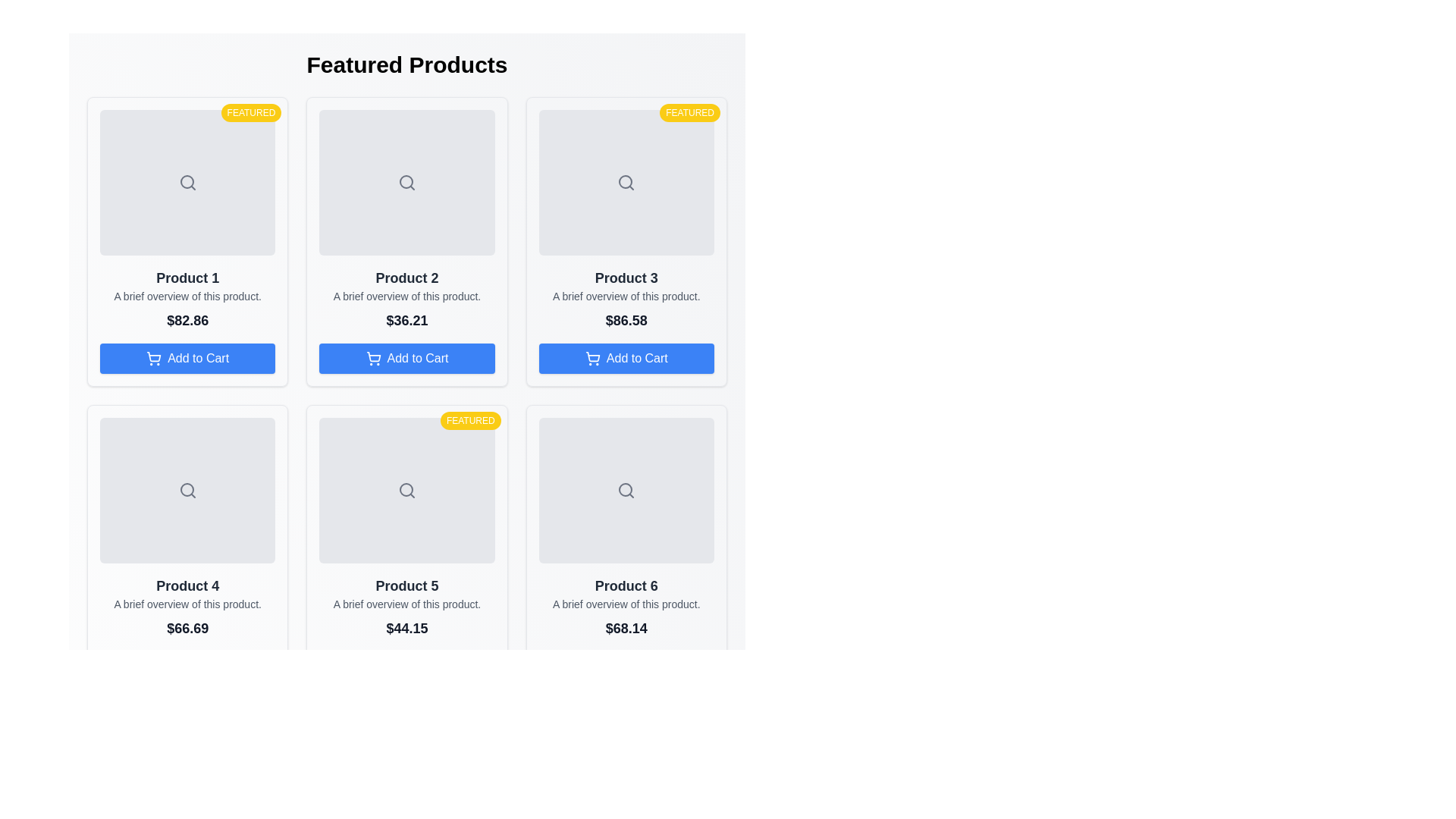 The image size is (1456, 819). Describe the element at coordinates (626, 278) in the screenshot. I see `text of the product title label located in the third column of the first row of the product grid, which is positioned beneath the product image and above the overview text and price` at that location.